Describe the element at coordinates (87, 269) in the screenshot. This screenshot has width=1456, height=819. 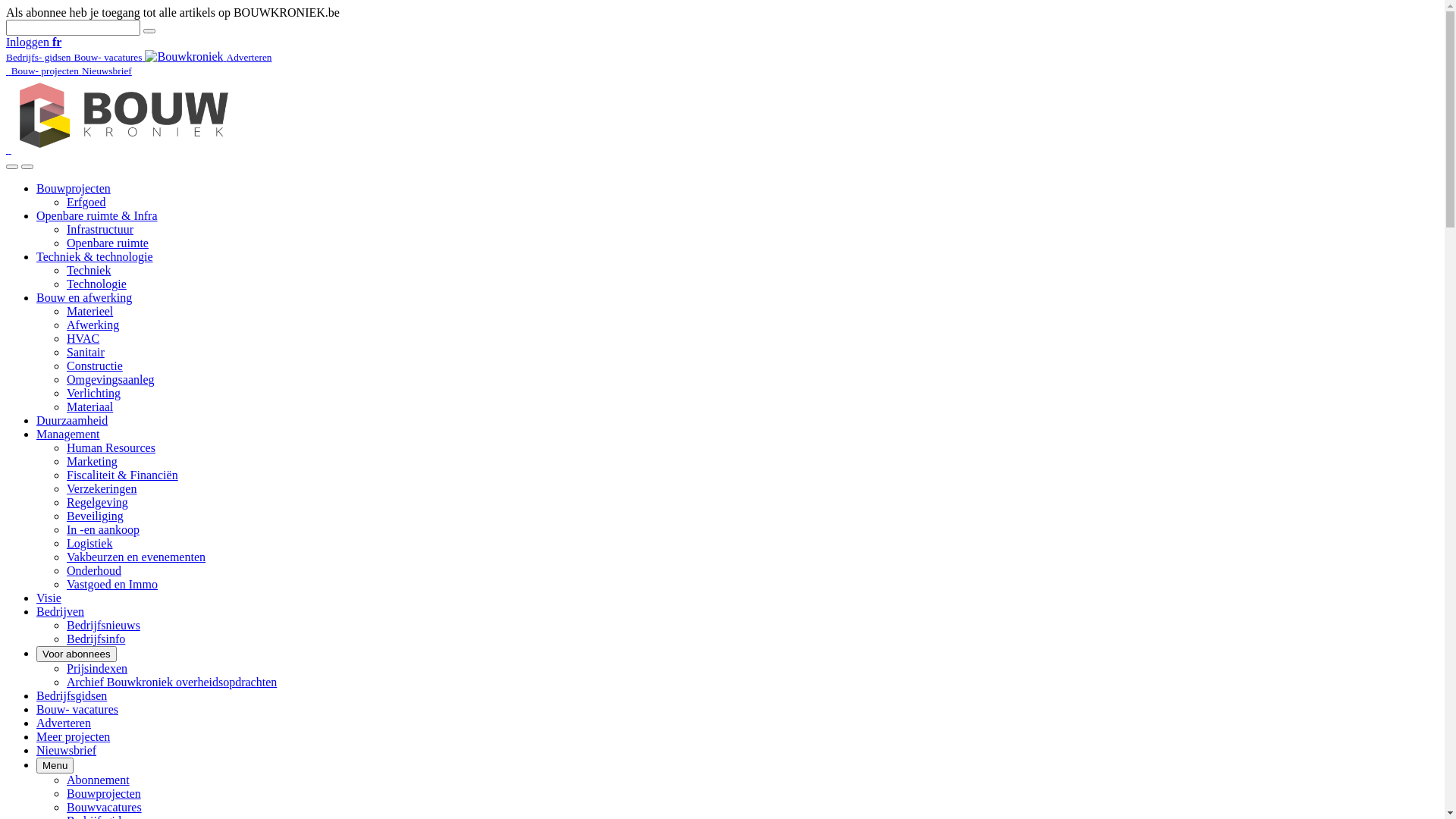
I see `'Techniek'` at that location.